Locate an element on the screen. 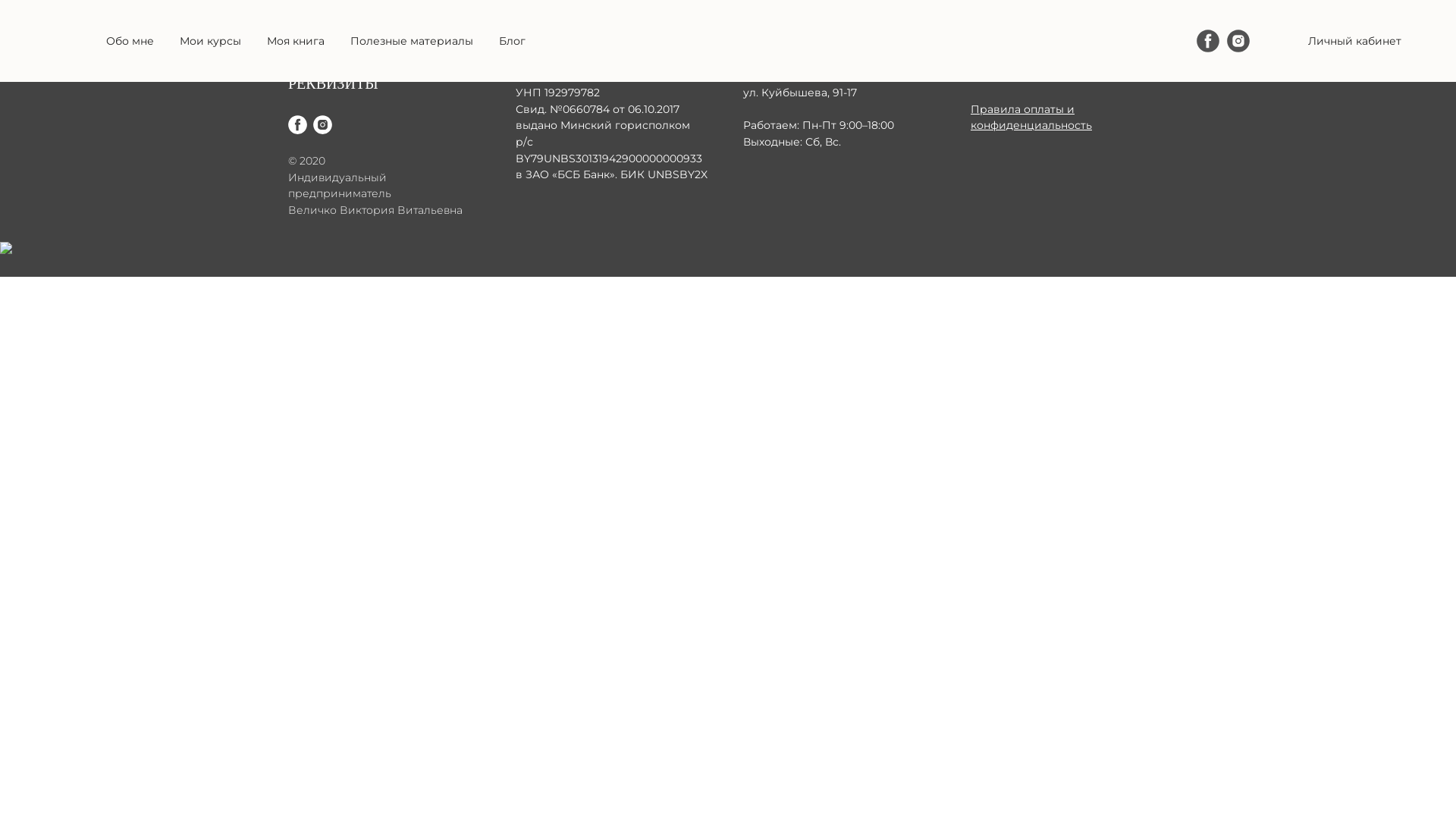  'Facebook' is located at coordinates (1219, 37).